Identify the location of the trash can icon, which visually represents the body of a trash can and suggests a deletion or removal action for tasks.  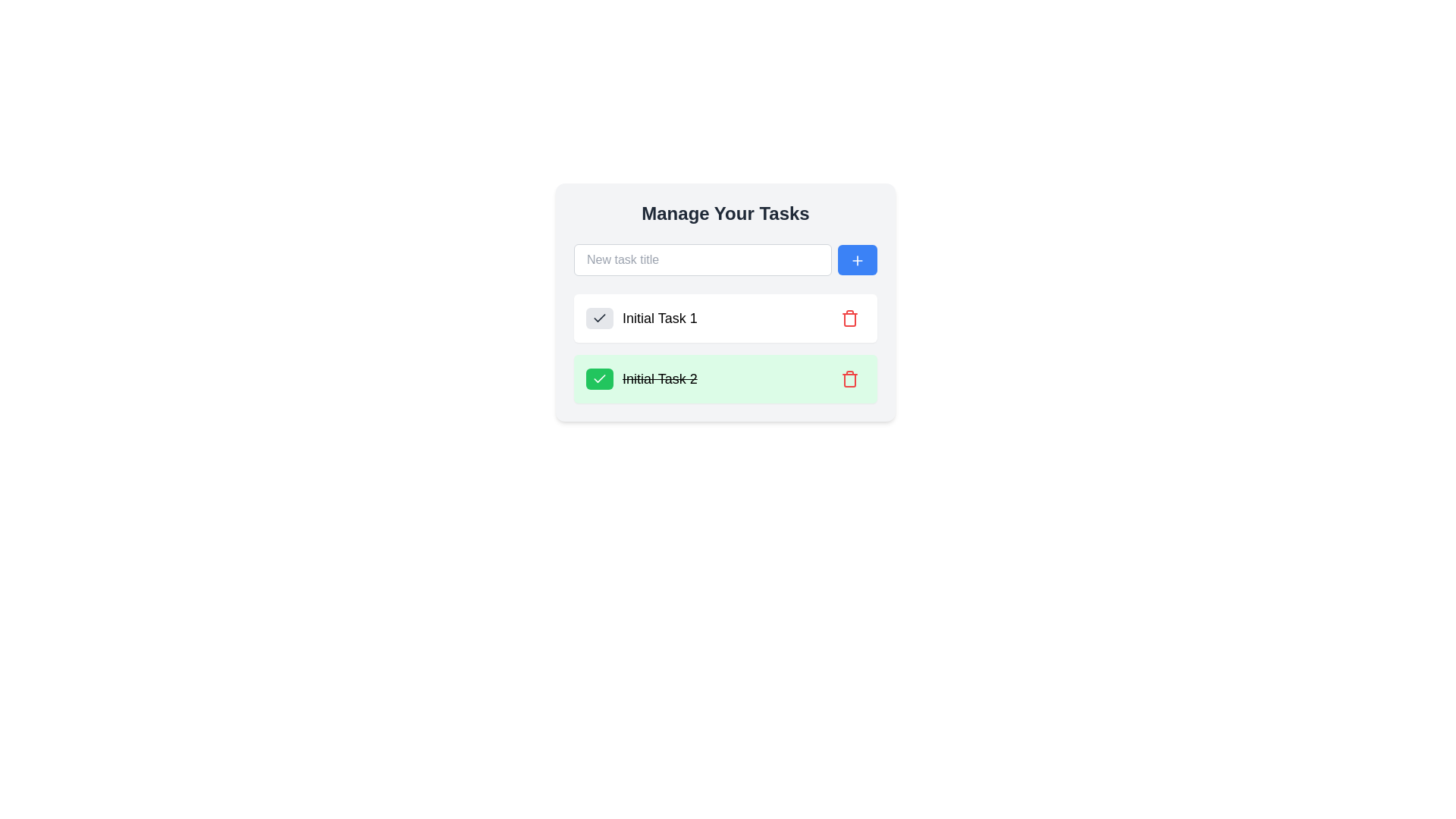
(850, 379).